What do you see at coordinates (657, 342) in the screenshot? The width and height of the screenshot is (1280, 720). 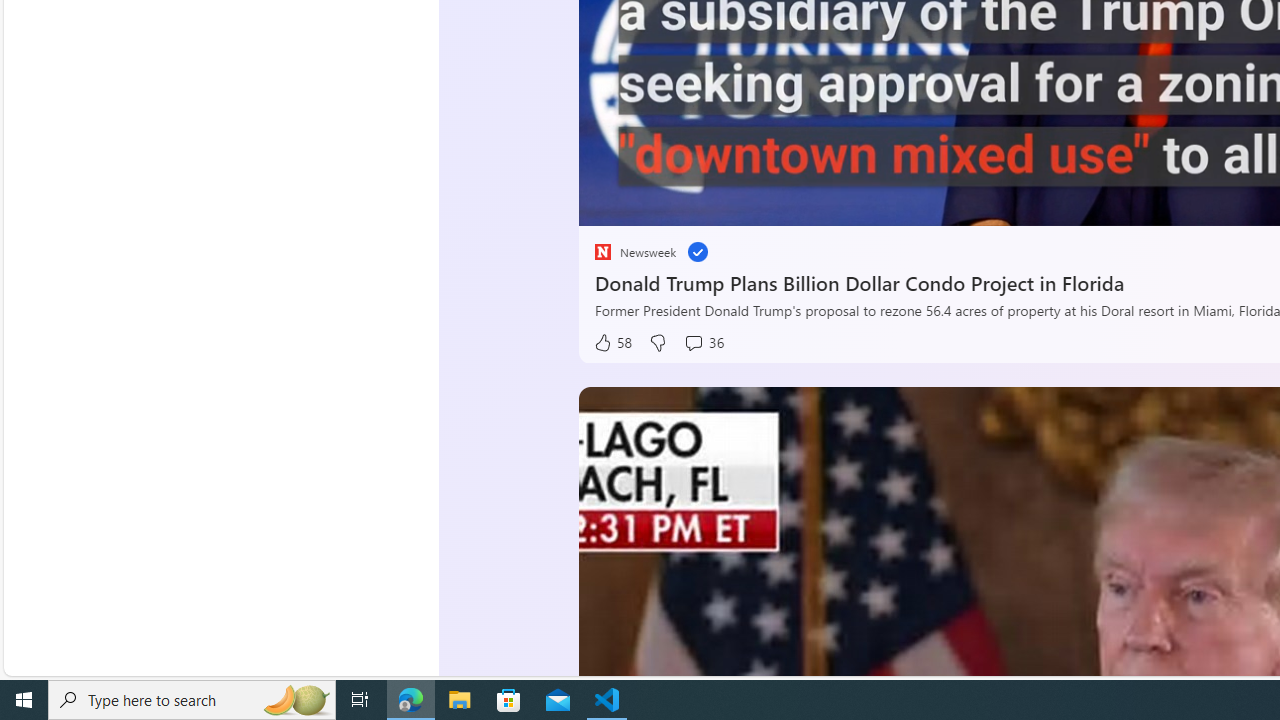 I see `'Dislike'` at bounding box center [657, 342].